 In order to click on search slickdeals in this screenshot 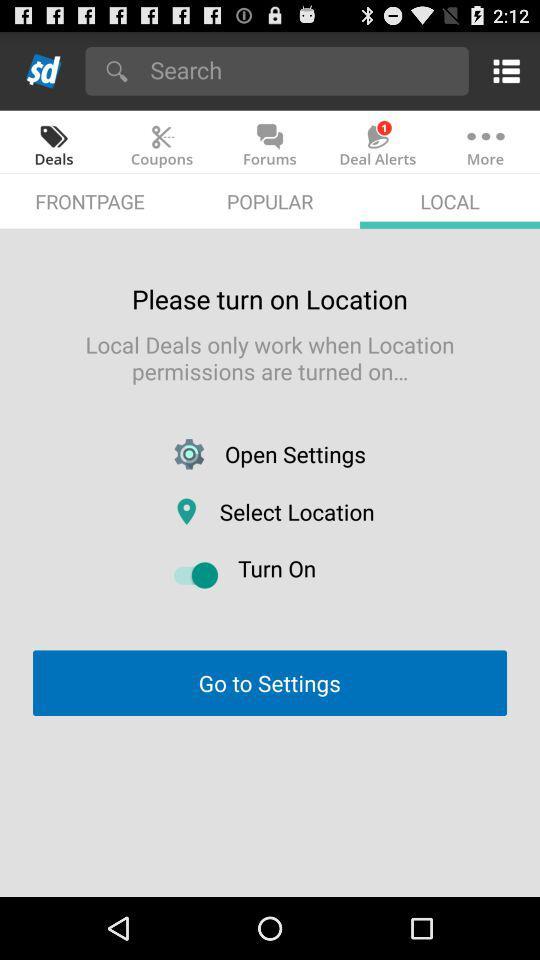, I will do `click(302, 69)`.